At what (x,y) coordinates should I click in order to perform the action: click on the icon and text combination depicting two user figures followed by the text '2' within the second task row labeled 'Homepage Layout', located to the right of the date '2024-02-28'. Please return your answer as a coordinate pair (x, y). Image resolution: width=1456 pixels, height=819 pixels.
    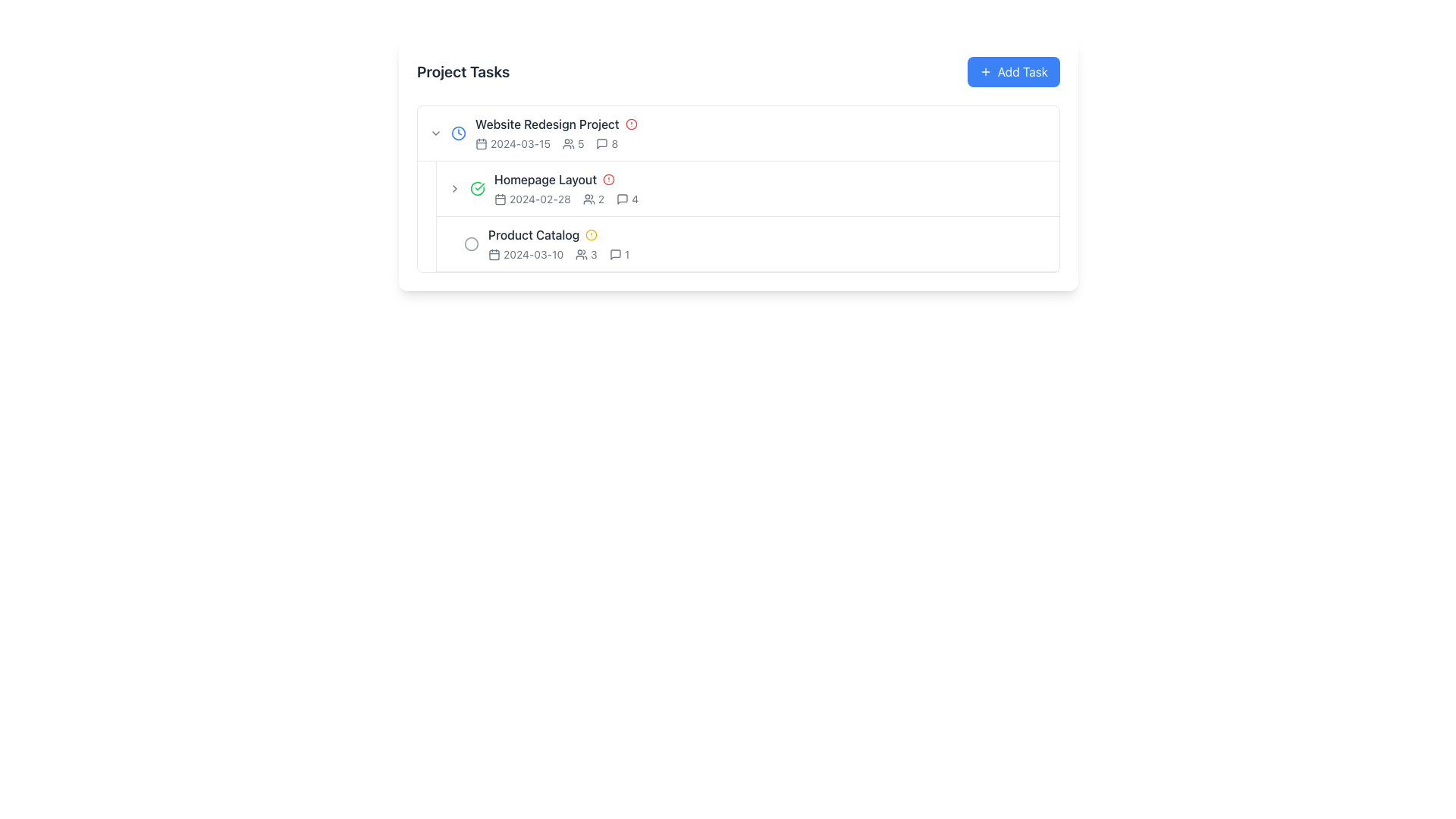
    Looking at the image, I should click on (592, 198).